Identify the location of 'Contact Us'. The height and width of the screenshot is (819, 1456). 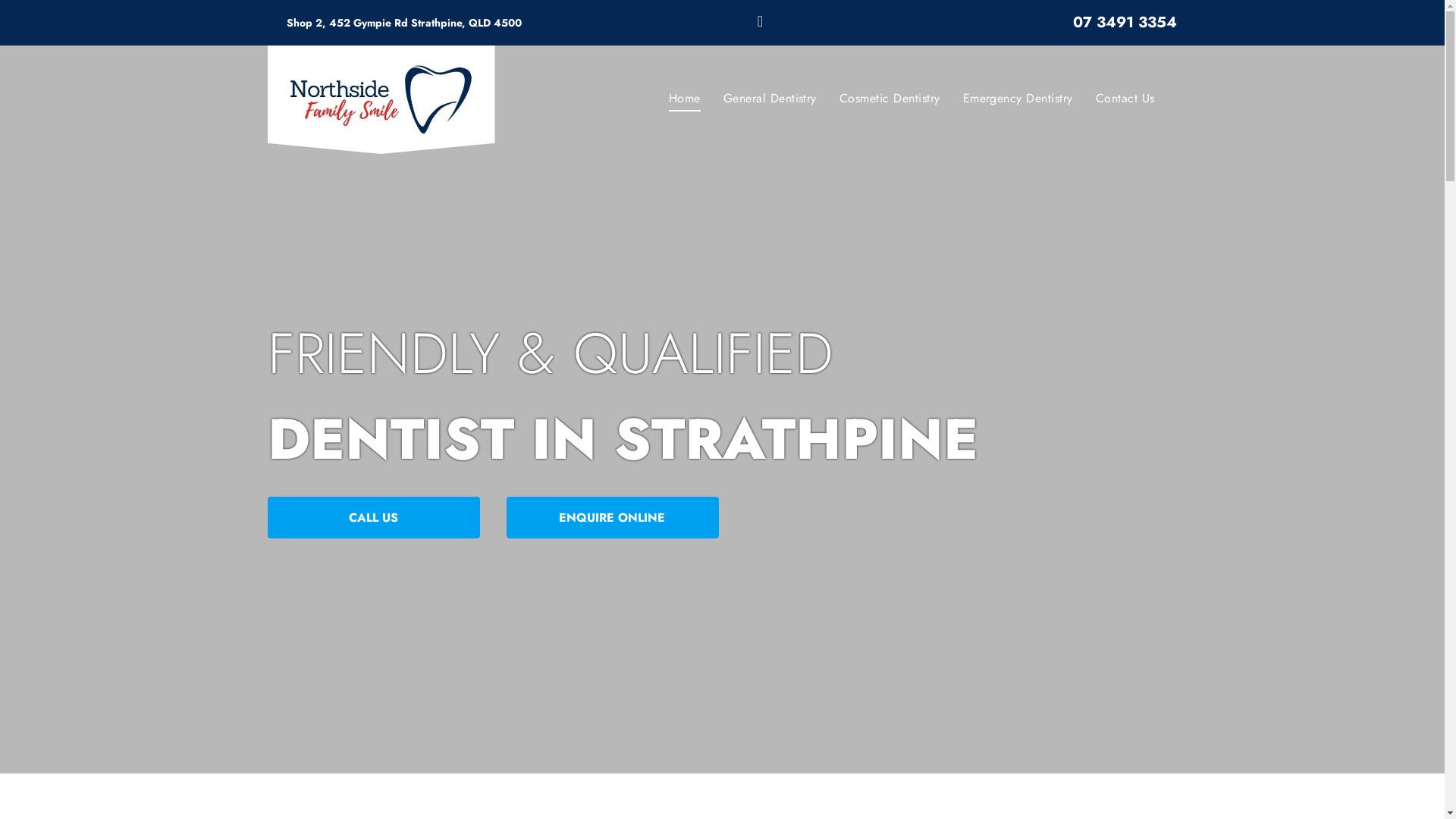
(1084, 99).